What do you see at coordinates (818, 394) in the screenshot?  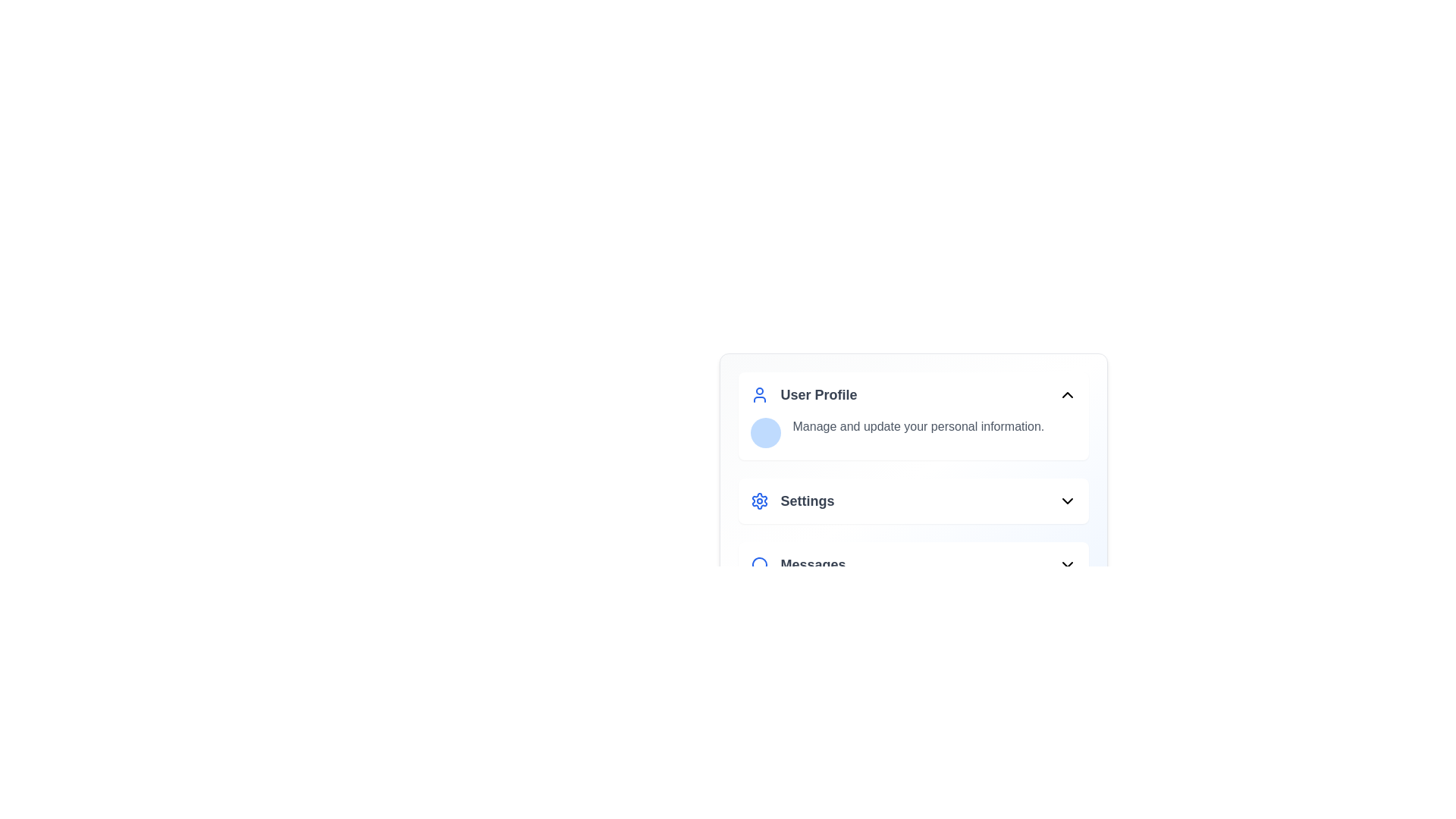 I see `text content of the 'User Profile' heading, which is displayed in a bold, large gray font at the top of the sidebar menu` at bounding box center [818, 394].